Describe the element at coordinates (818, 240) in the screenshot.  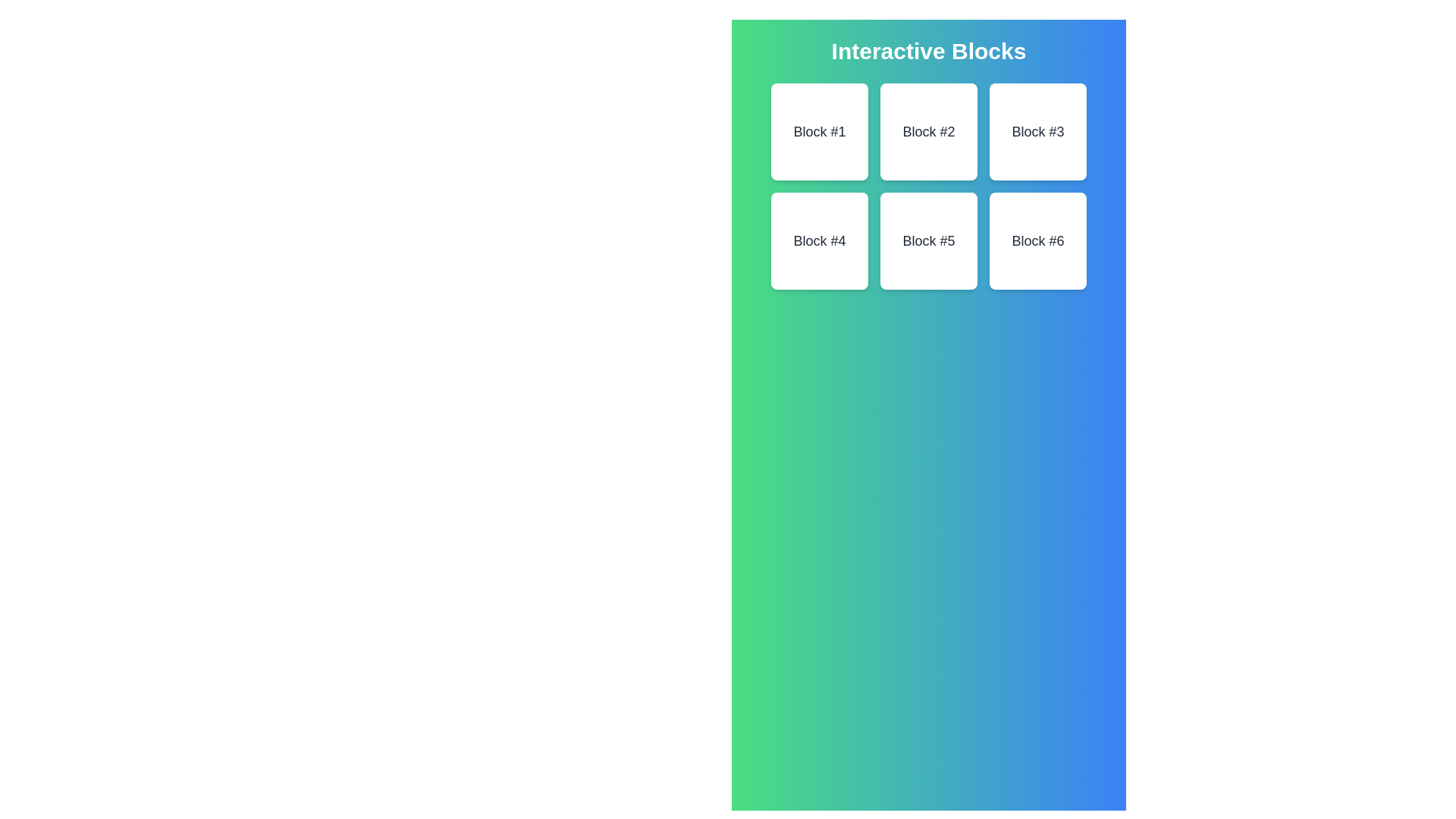
I see `text content of the label displaying 'Block #4', located in the second row, first column of the grid layout` at that location.